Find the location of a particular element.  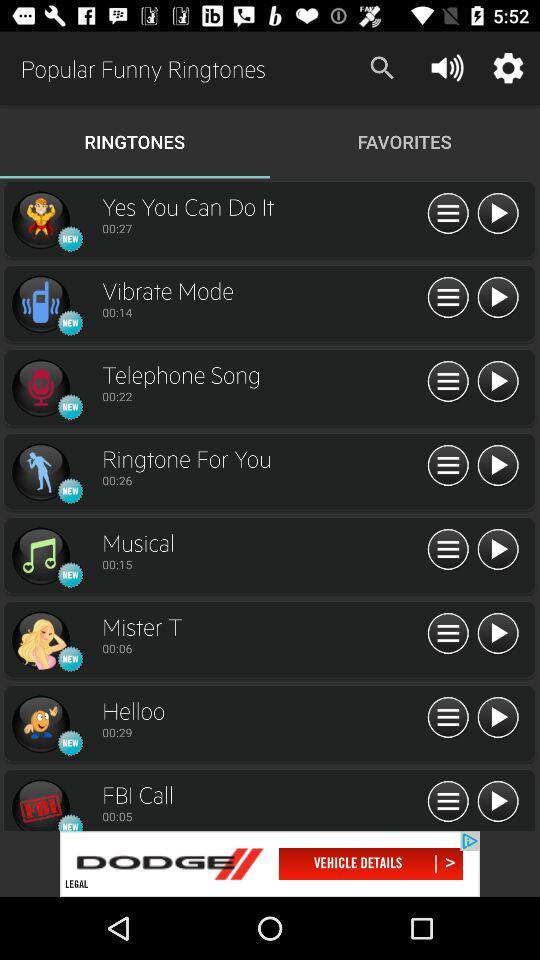

music serce is located at coordinates (40, 804).